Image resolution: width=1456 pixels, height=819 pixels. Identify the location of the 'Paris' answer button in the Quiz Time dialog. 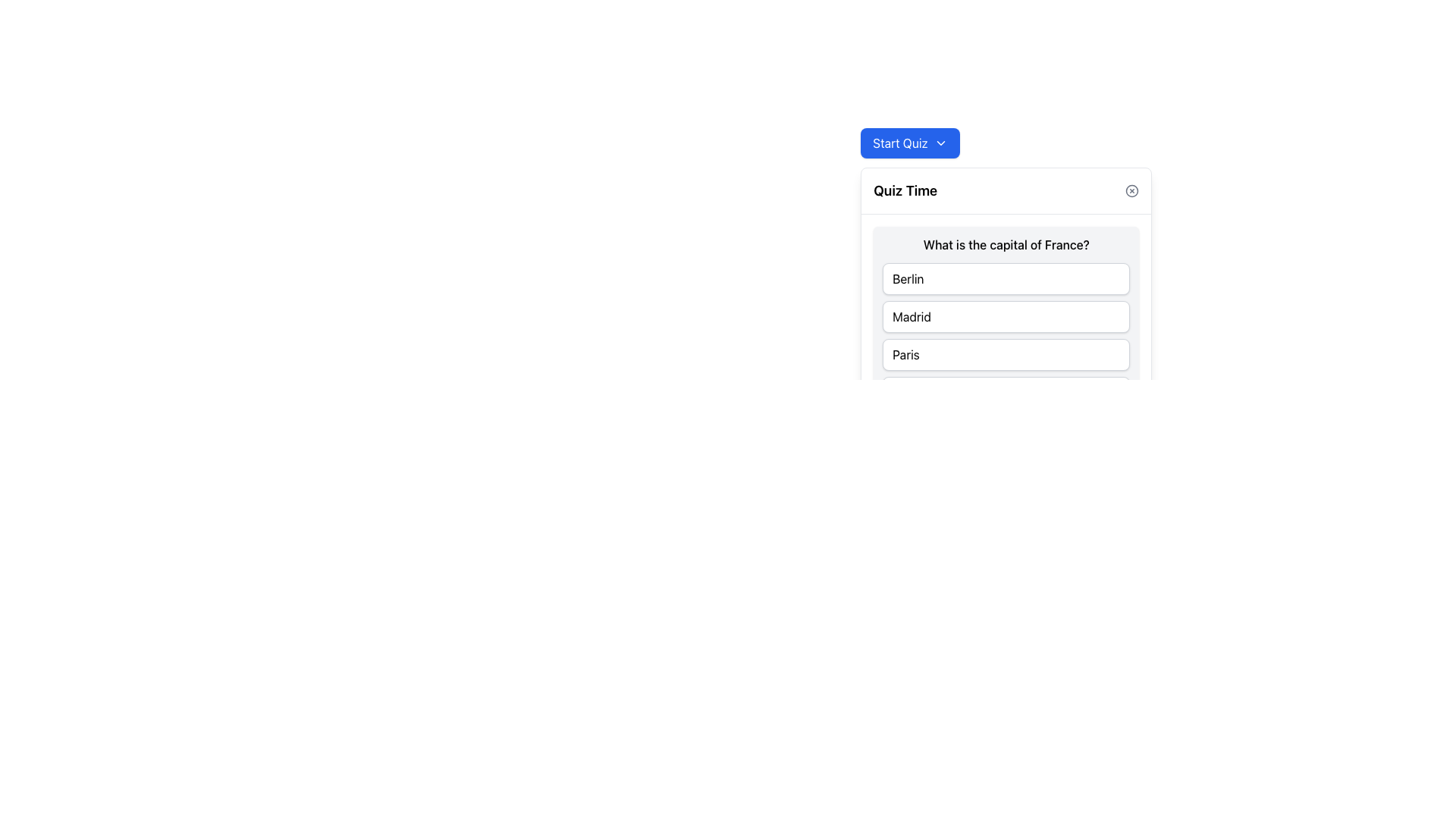
(1006, 354).